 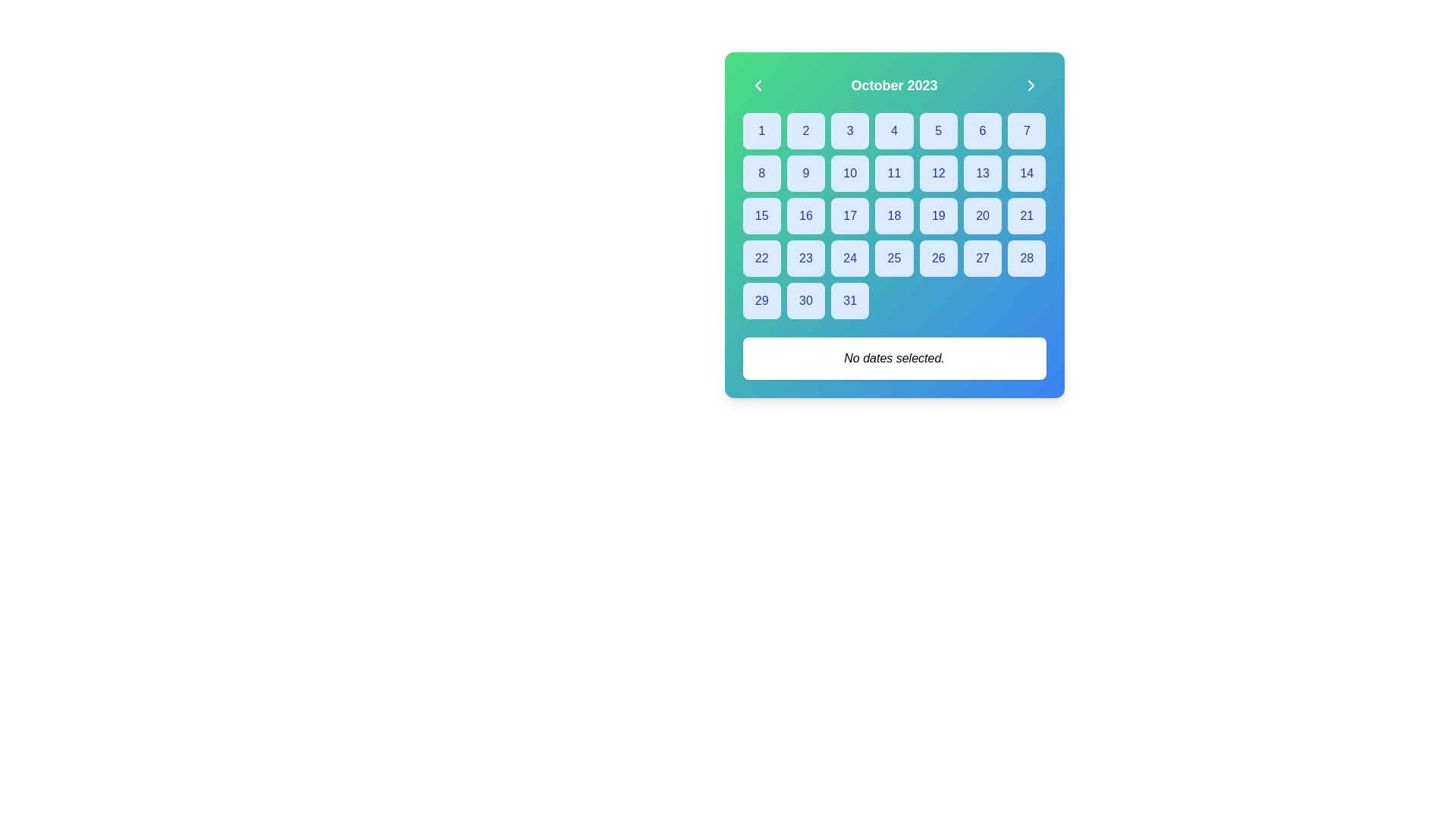 I want to click on the button representing the 13th day in the calendar grid, located in the second row and sixth column, so click(x=983, y=172).